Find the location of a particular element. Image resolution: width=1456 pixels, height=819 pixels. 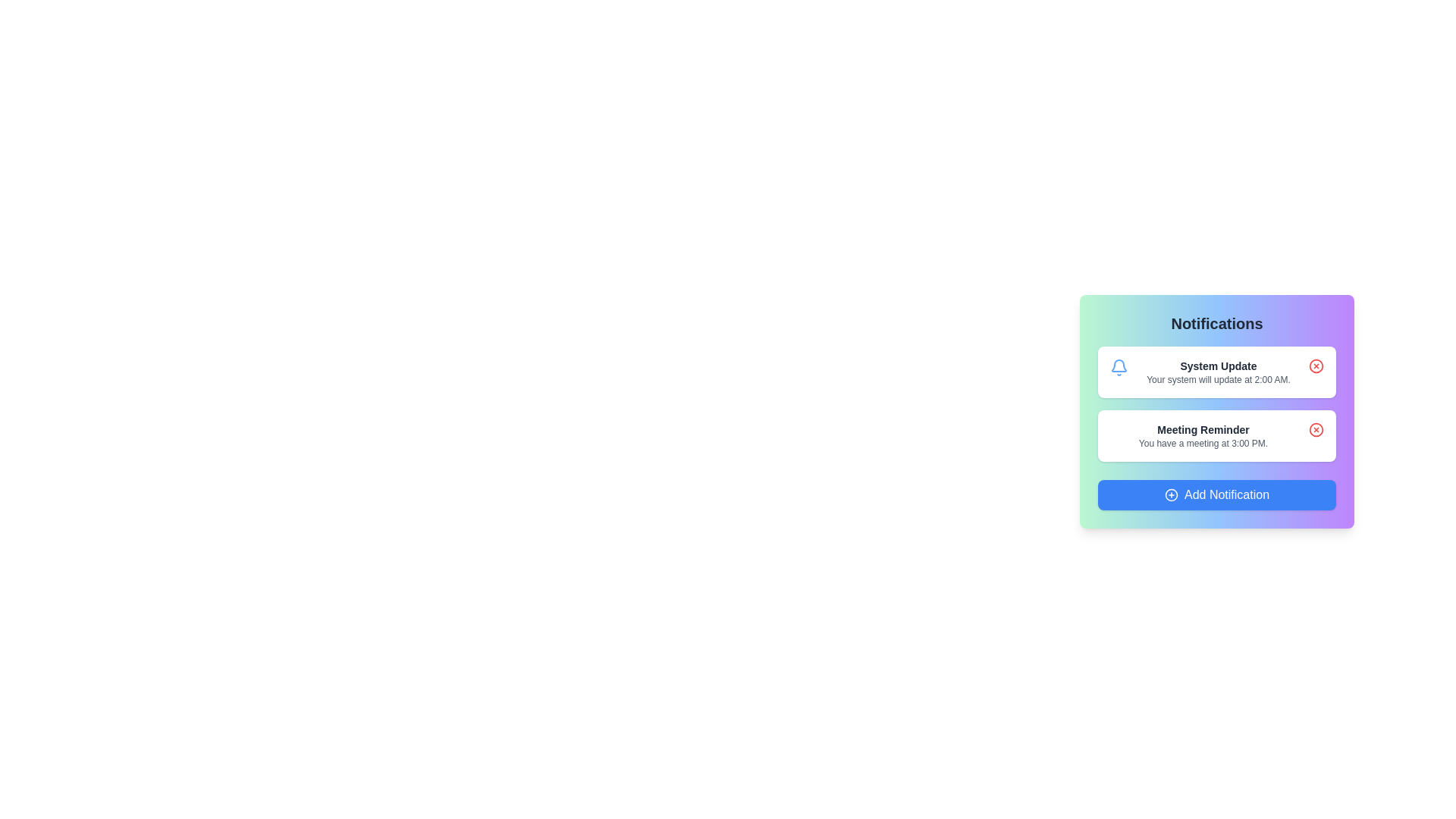

close icon for the notification titled 'System Update' is located at coordinates (1316, 366).